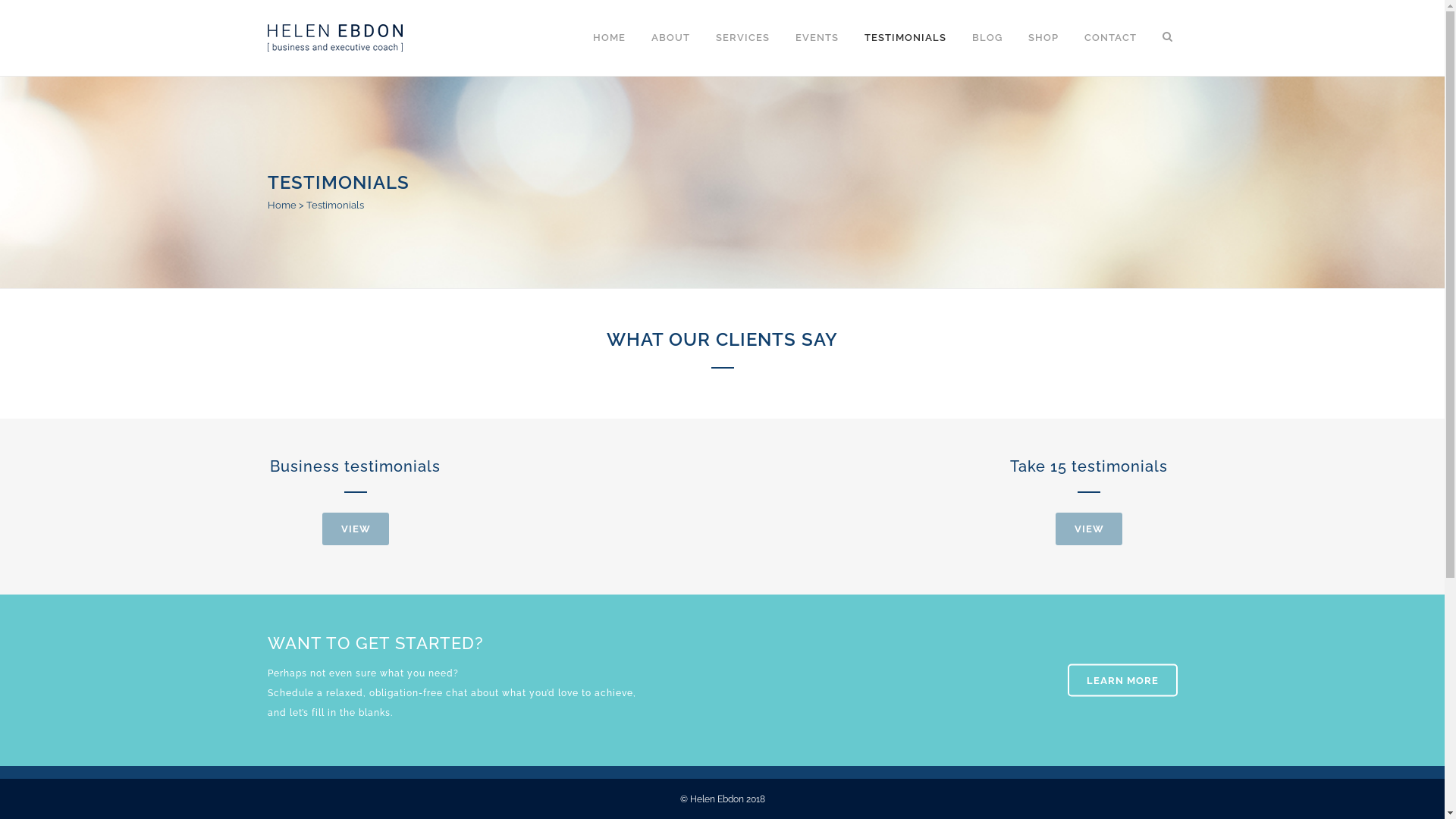  What do you see at coordinates (1041, 37) in the screenshot?
I see `'SHOP'` at bounding box center [1041, 37].